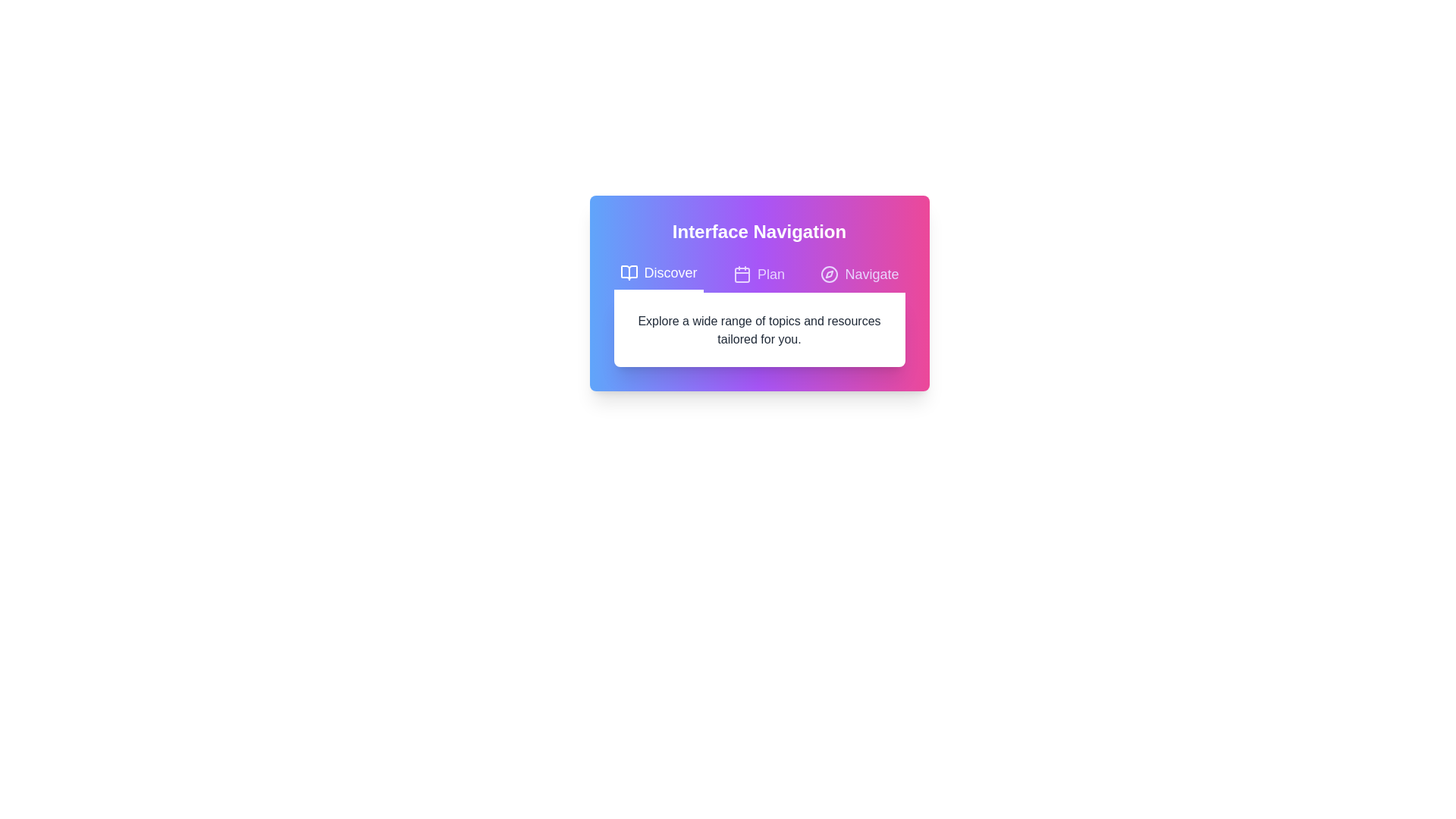 The image size is (1456, 819). What do you see at coordinates (829, 275) in the screenshot?
I see `the decorative circular component of the compass icon in the 'Navigate' section of the interface, located in the top-right quadrant of the card interface titled 'Interface Navigation'` at bounding box center [829, 275].